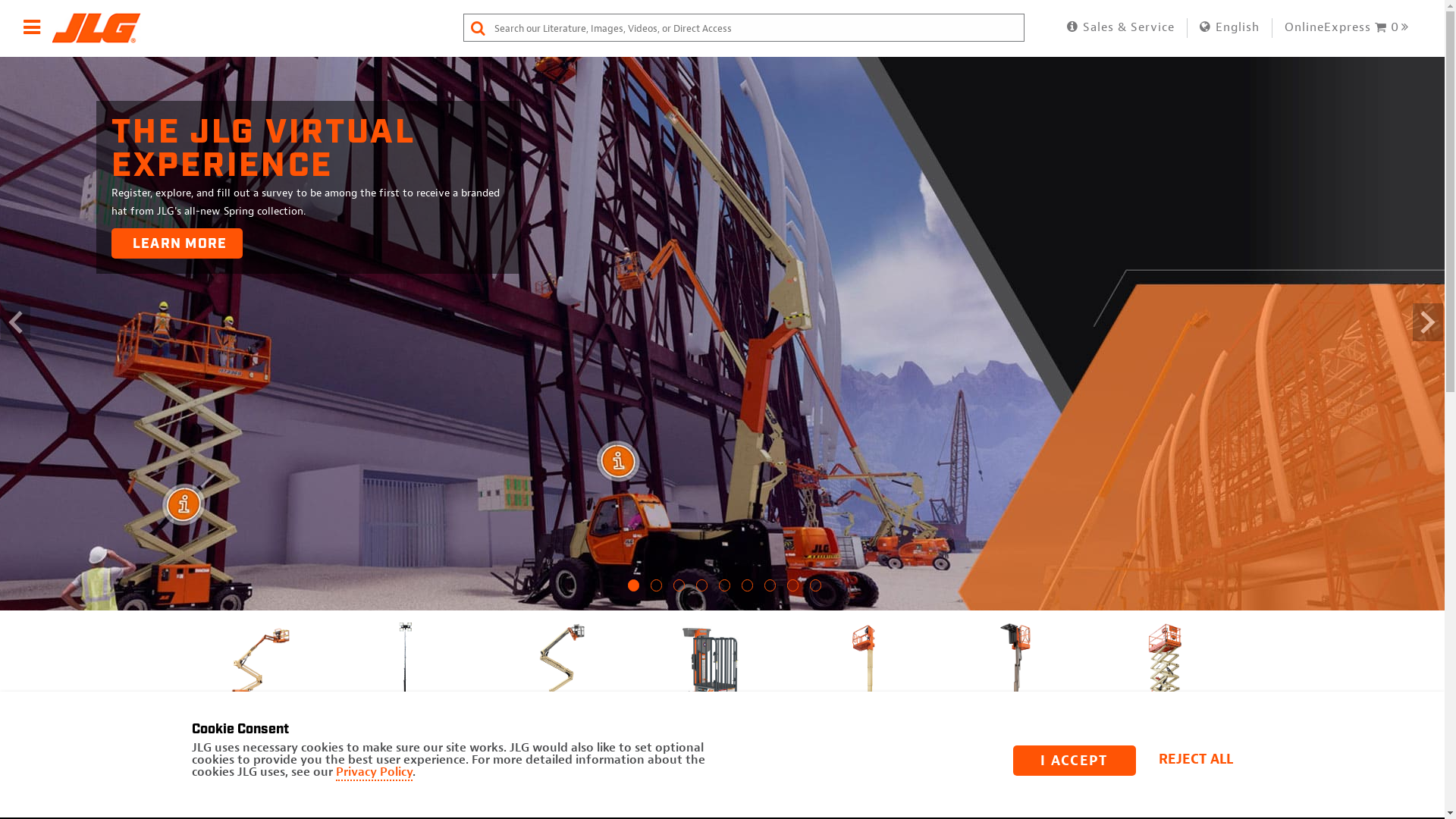 The image size is (1456, 819). What do you see at coordinates (814, 590) in the screenshot?
I see `'9'` at bounding box center [814, 590].